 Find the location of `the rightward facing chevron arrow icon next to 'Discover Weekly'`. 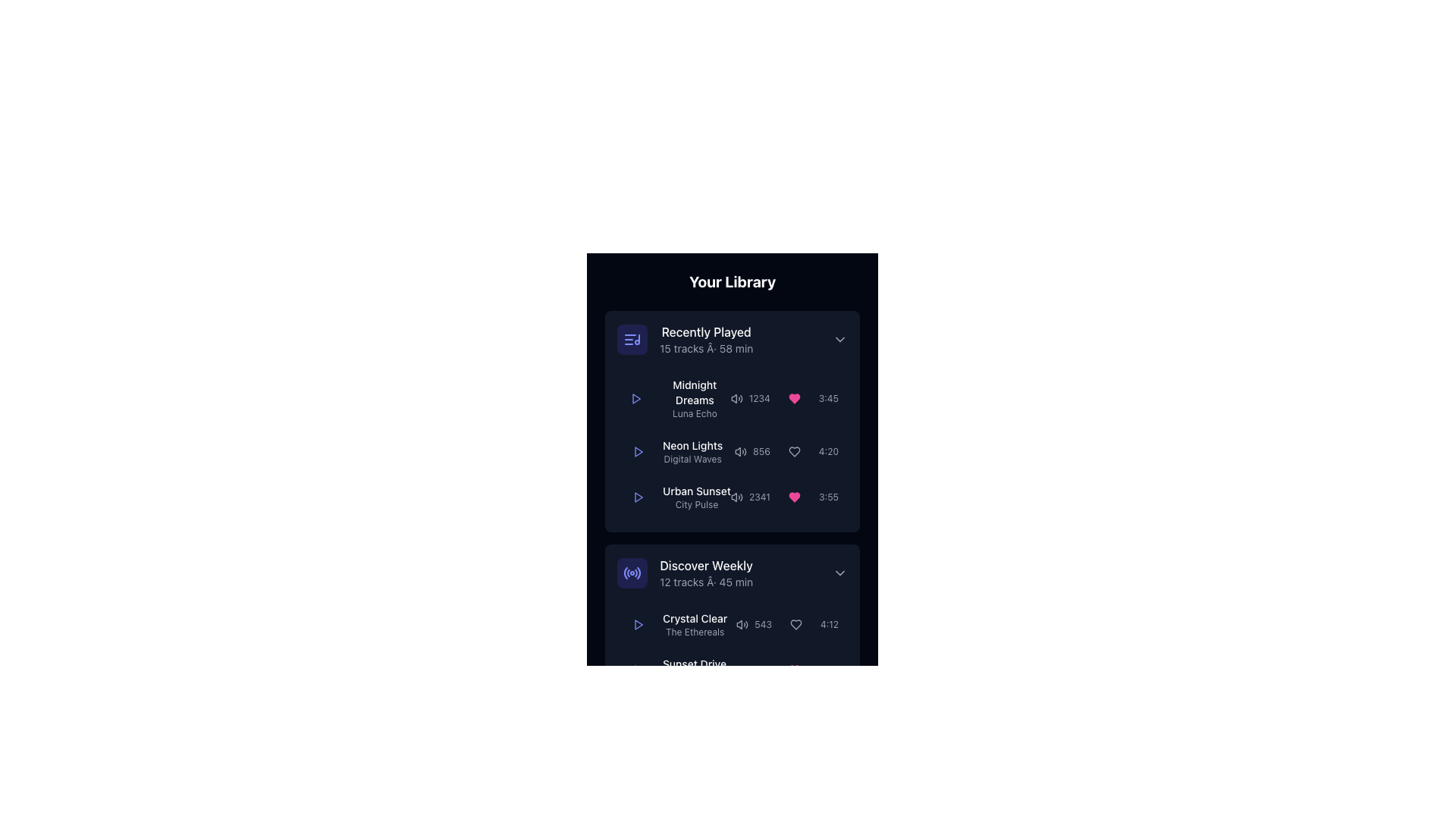

the rightward facing chevron arrow icon next to 'Discover Weekly' is located at coordinates (839, 573).